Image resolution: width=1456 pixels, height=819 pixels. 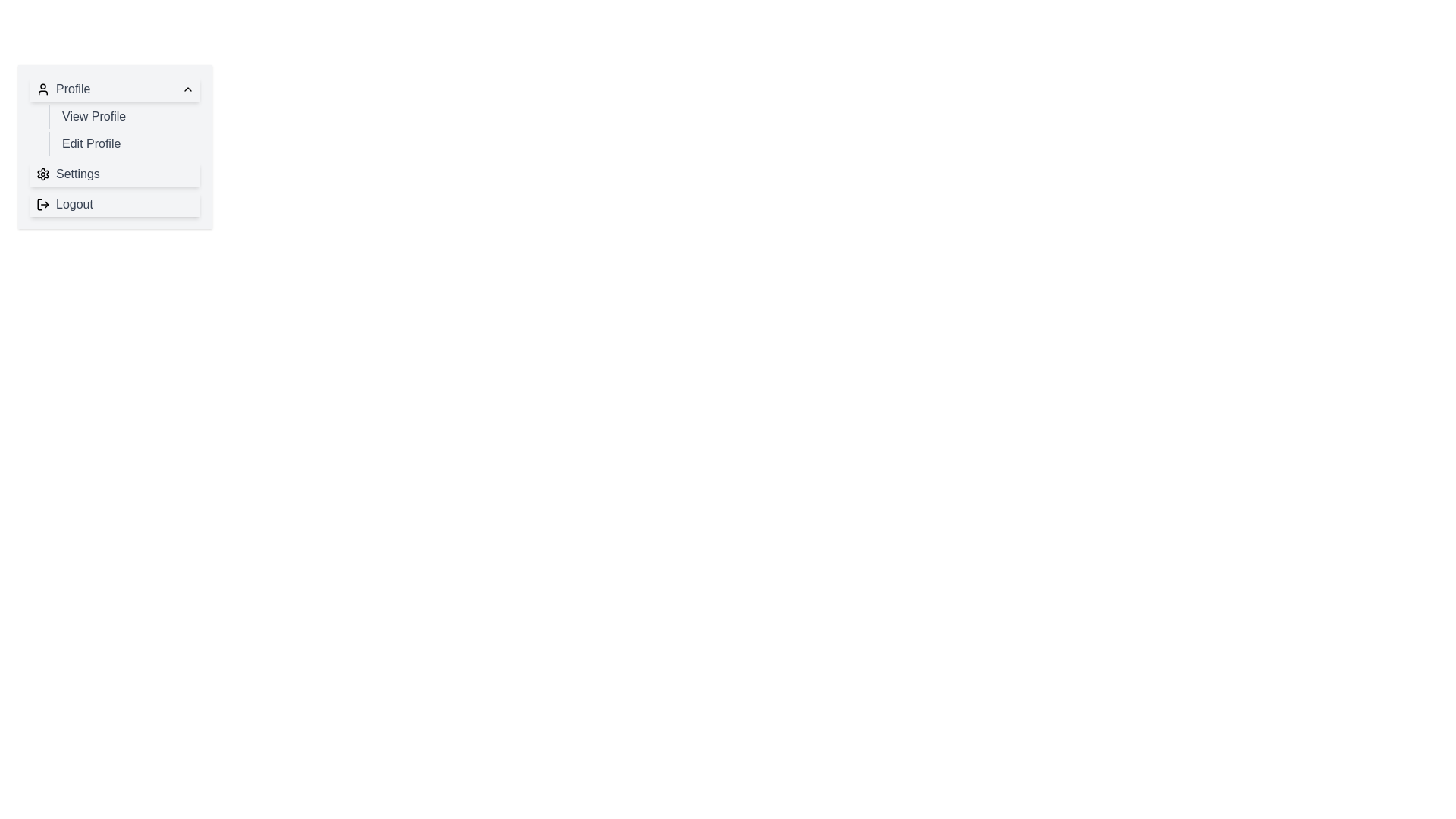 What do you see at coordinates (43, 174) in the screenshot?
I see `the gear icon located to the left of the 'Settings' text within the vertical menu under the 'Profile' section` at bounding box center [43, 174].